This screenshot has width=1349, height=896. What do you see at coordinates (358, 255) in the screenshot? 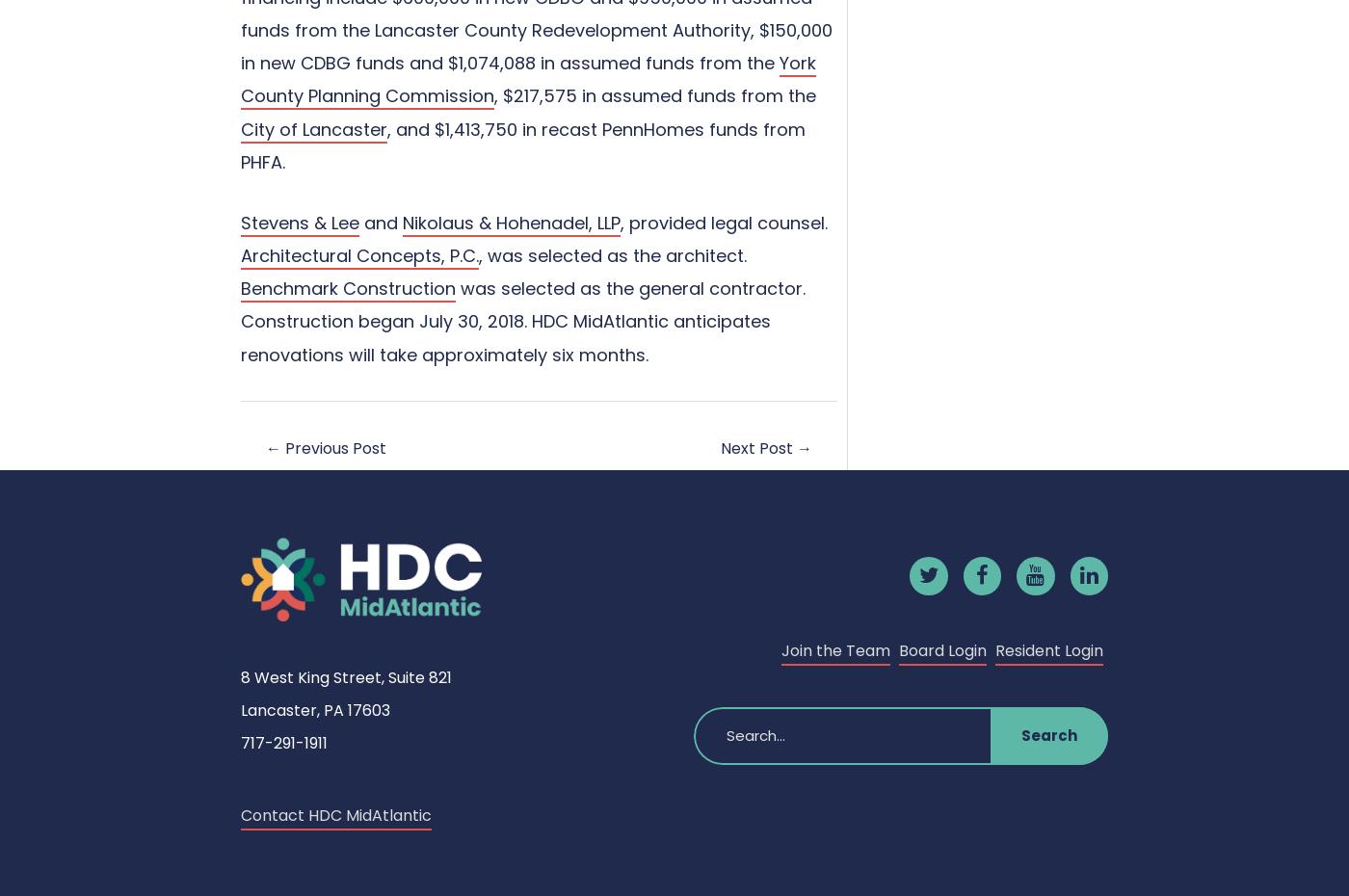
I see `'Architectural Concepts, P.C.'` at bounding box center [358, 255].